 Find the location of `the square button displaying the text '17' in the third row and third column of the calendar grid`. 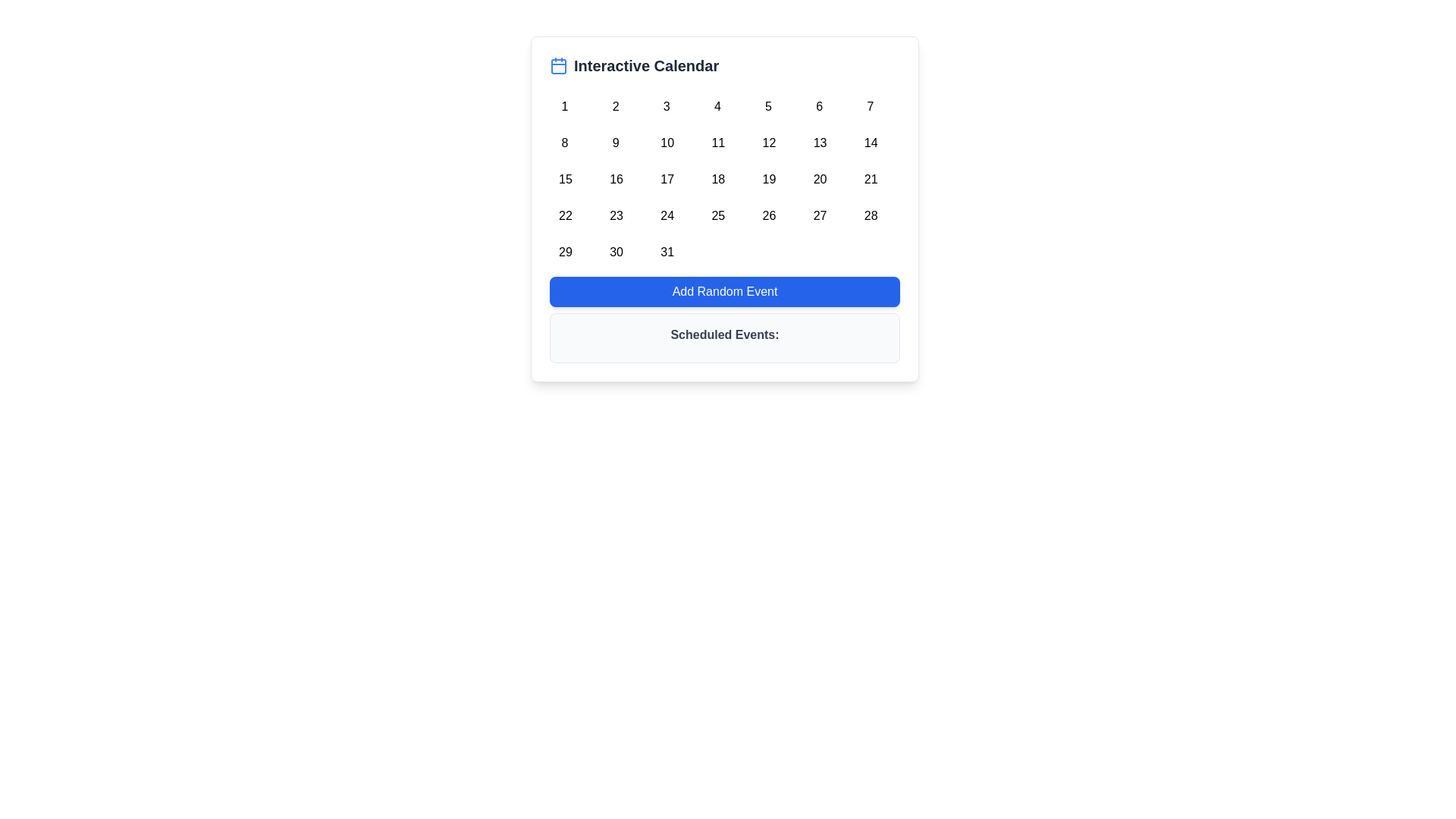

the square button displaying the text '17' in the third row and third column of the calendar grid is located at coordinates (667, 175).